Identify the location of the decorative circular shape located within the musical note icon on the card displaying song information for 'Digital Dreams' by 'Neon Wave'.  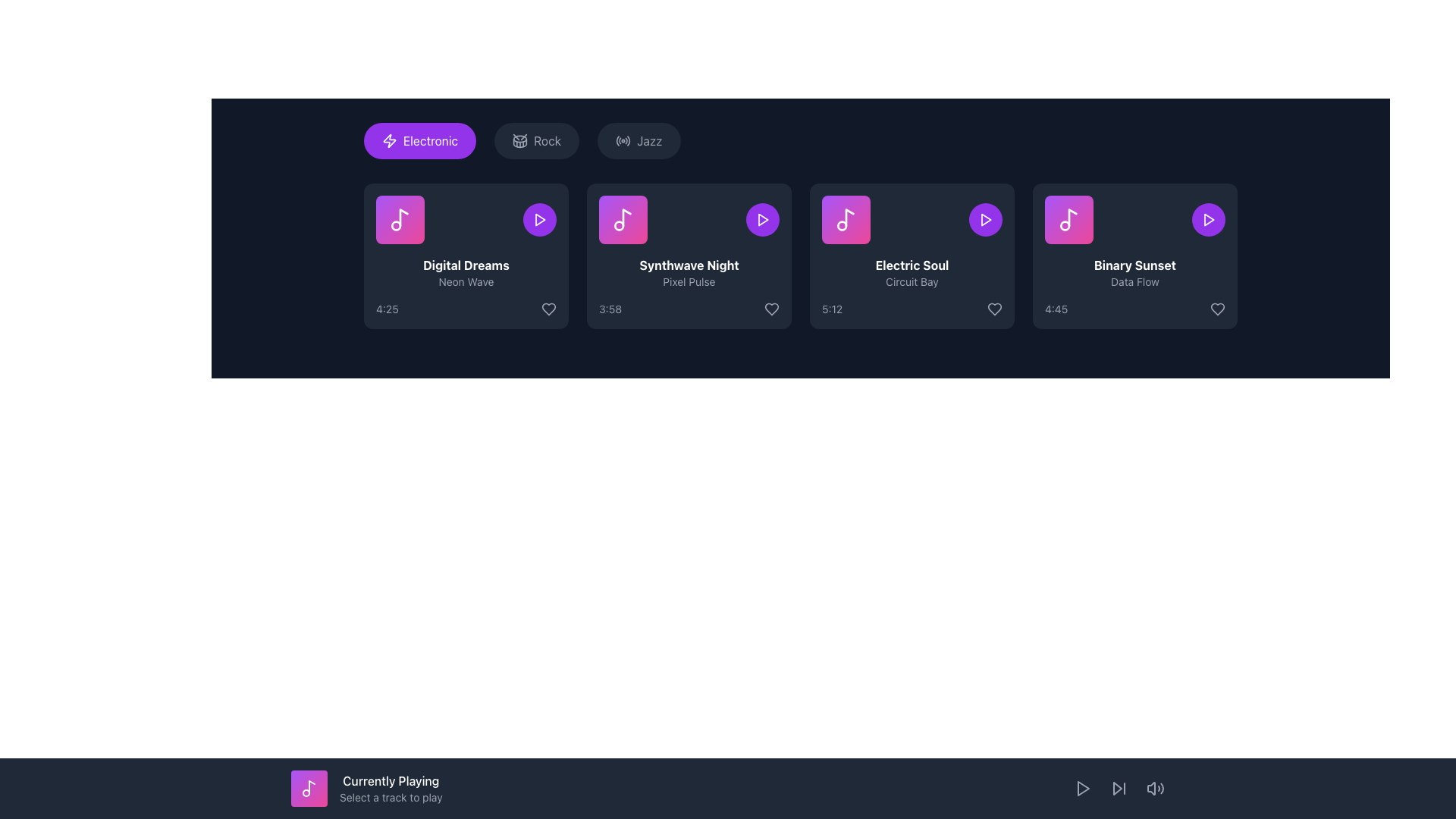
(396, 225).